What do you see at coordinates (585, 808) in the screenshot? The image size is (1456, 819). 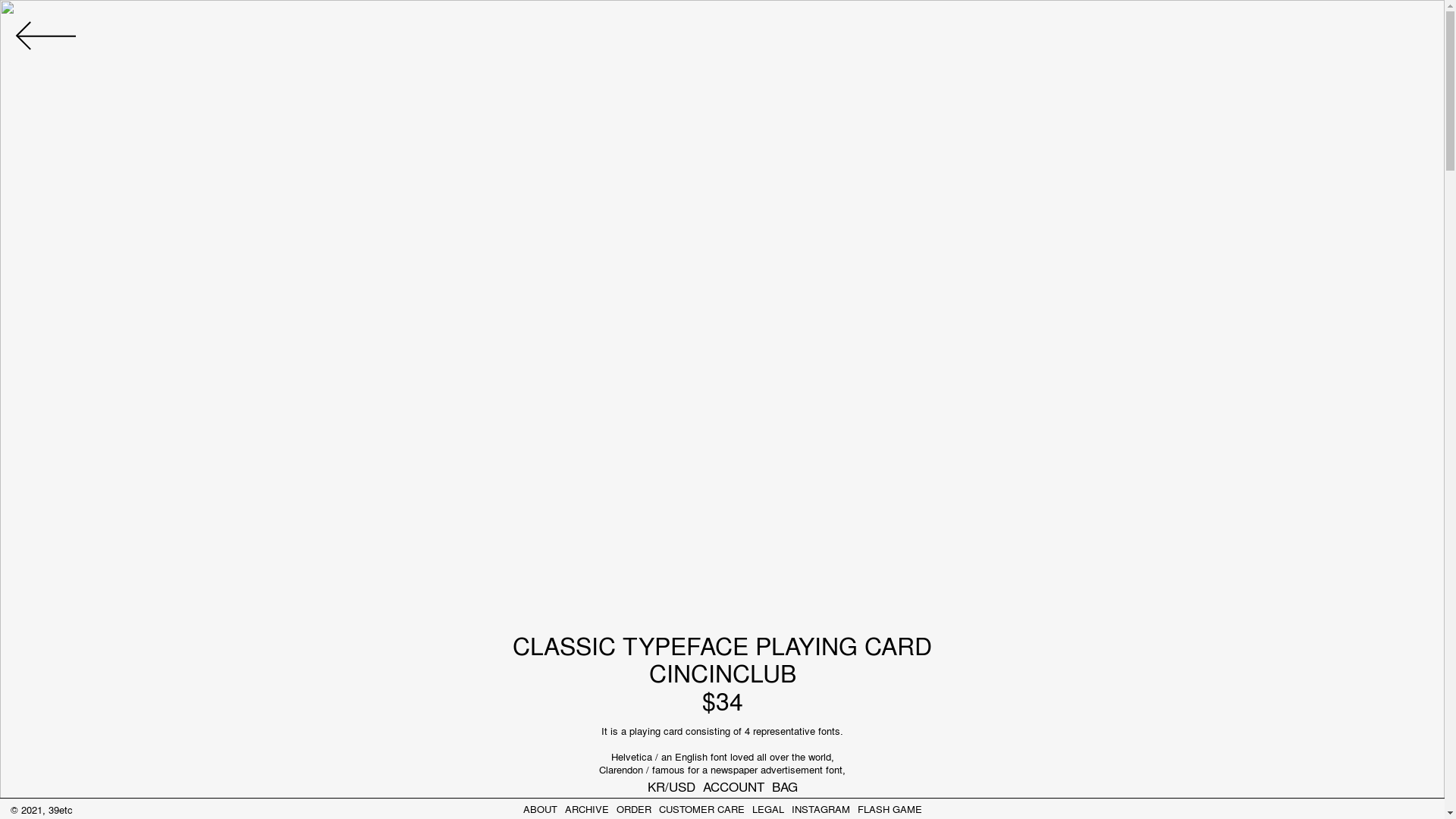 I see `'ARCHIVE'` at bounding box center [585, 808].